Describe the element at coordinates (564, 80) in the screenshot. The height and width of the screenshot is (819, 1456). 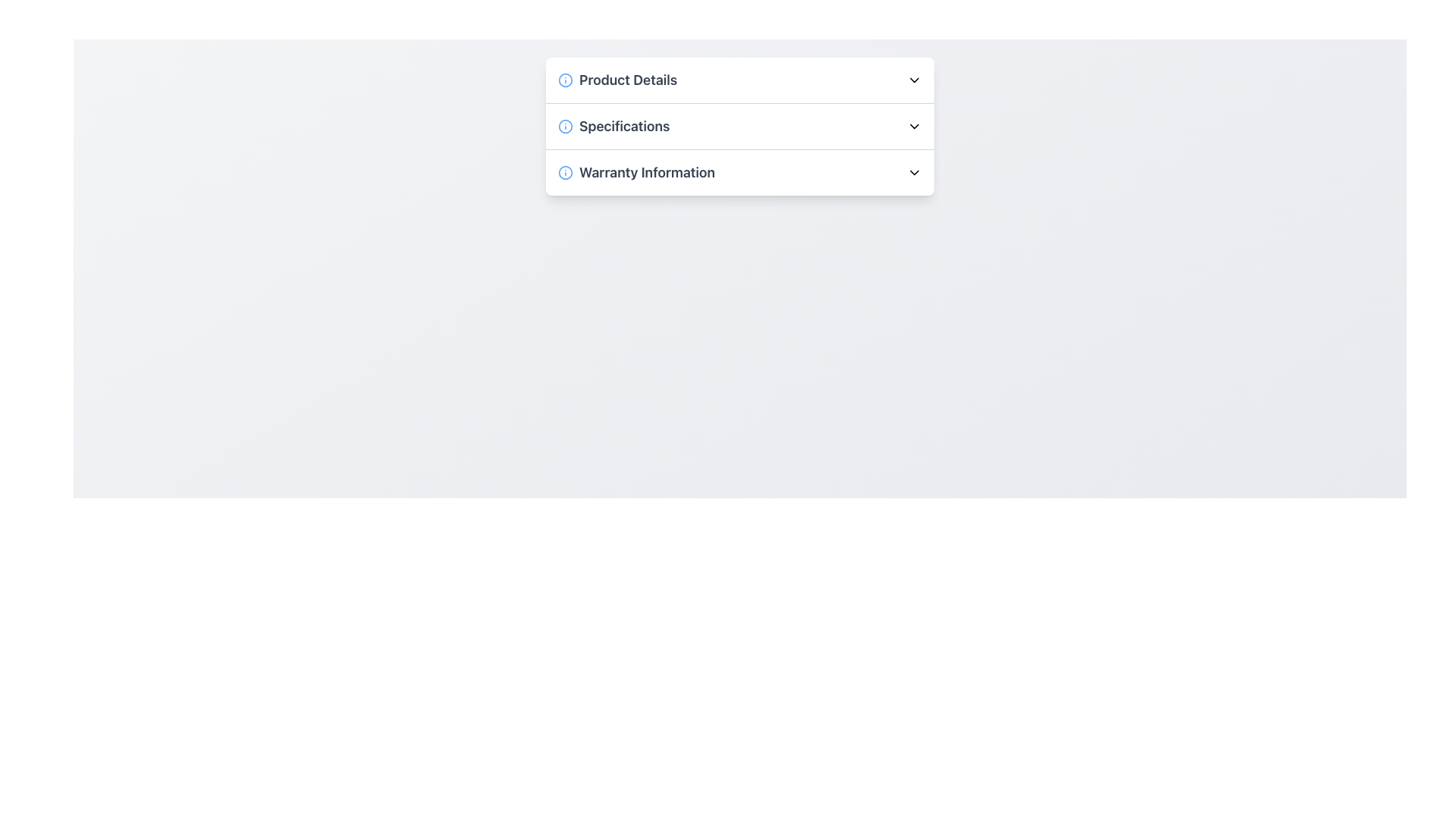
I see `the icon located in the 'Product Details' section, which is the leftmost item in the row and positioned slightly above and left-aligned with the text` at that location.